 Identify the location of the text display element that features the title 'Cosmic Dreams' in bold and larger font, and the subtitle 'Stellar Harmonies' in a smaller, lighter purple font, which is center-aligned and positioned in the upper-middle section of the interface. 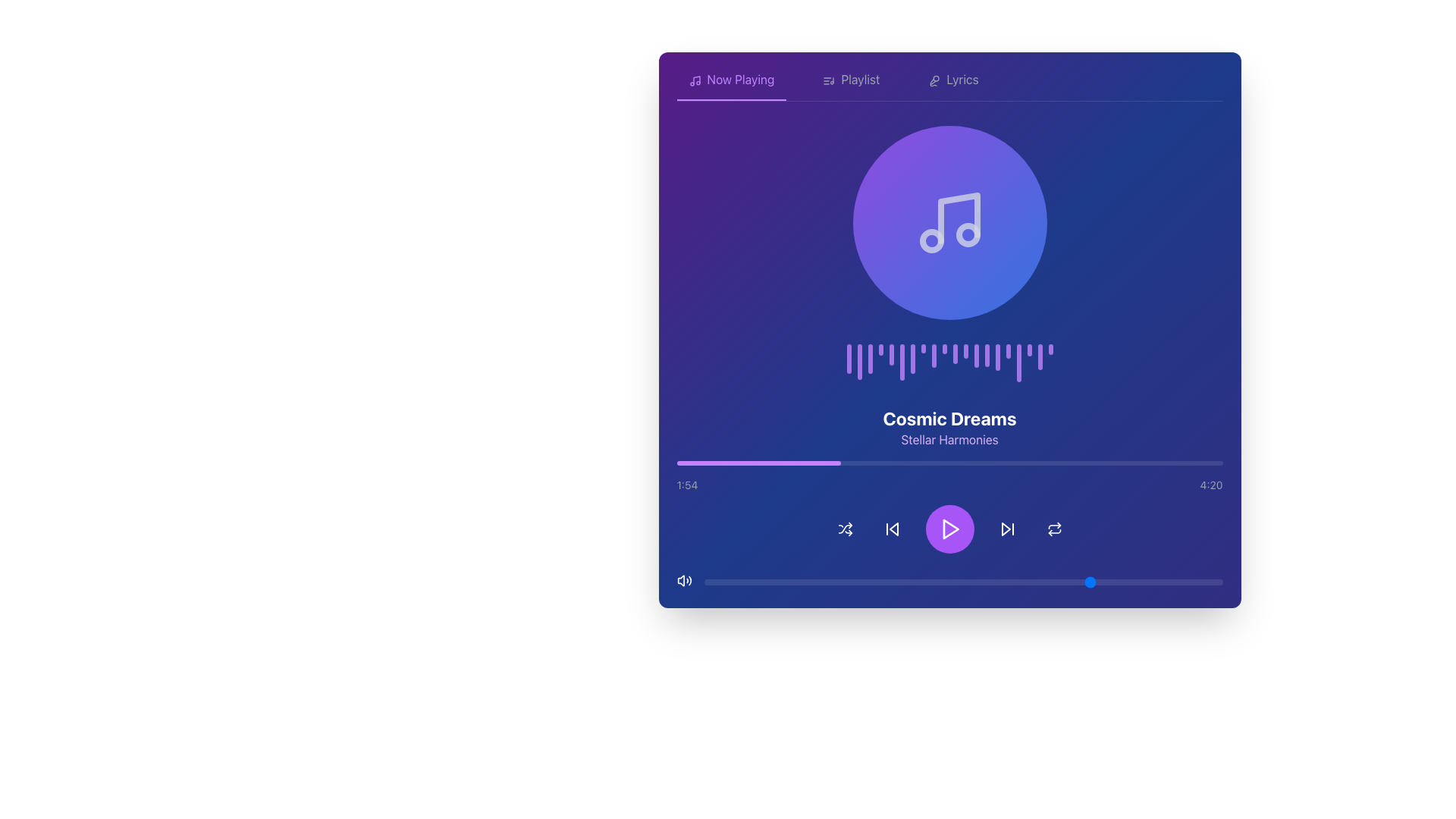
(949, 427).